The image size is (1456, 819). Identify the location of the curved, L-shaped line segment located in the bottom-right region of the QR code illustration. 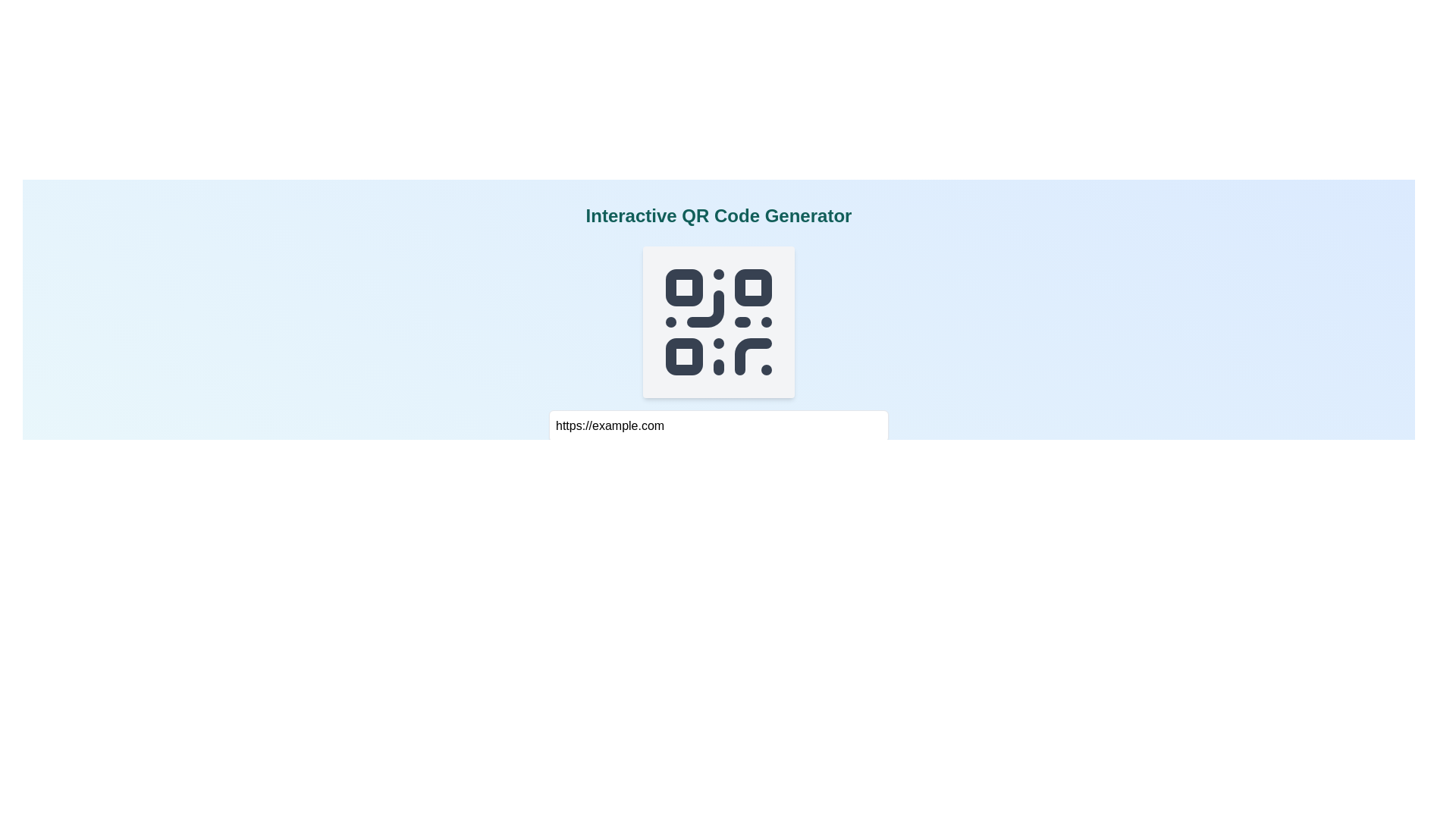
(753, 356).